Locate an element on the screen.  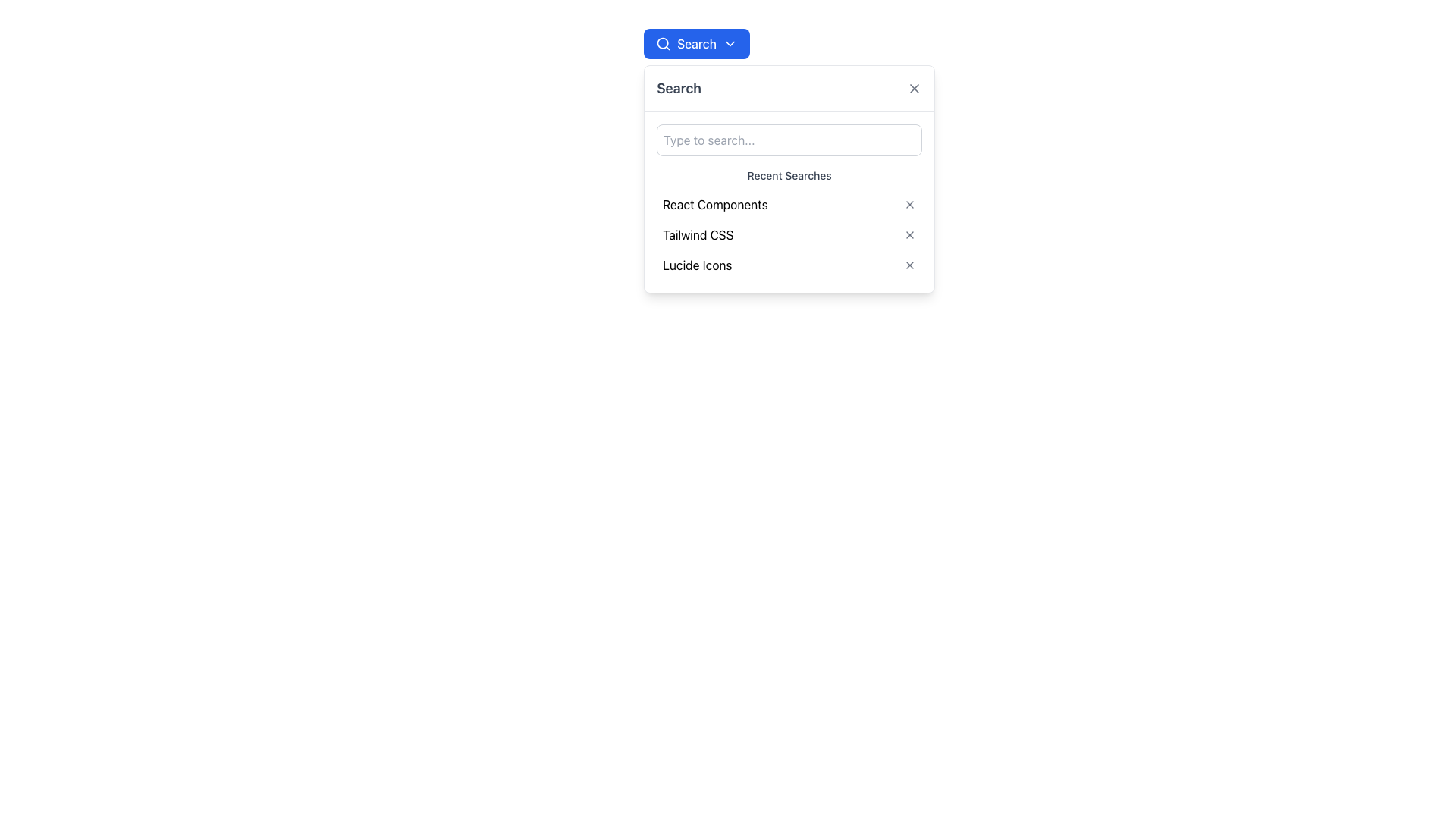
the search icon within the 'Search' button, which features a blue background and rounded corners, located in the top-left area of the interface is located at coordinates (664, 42).